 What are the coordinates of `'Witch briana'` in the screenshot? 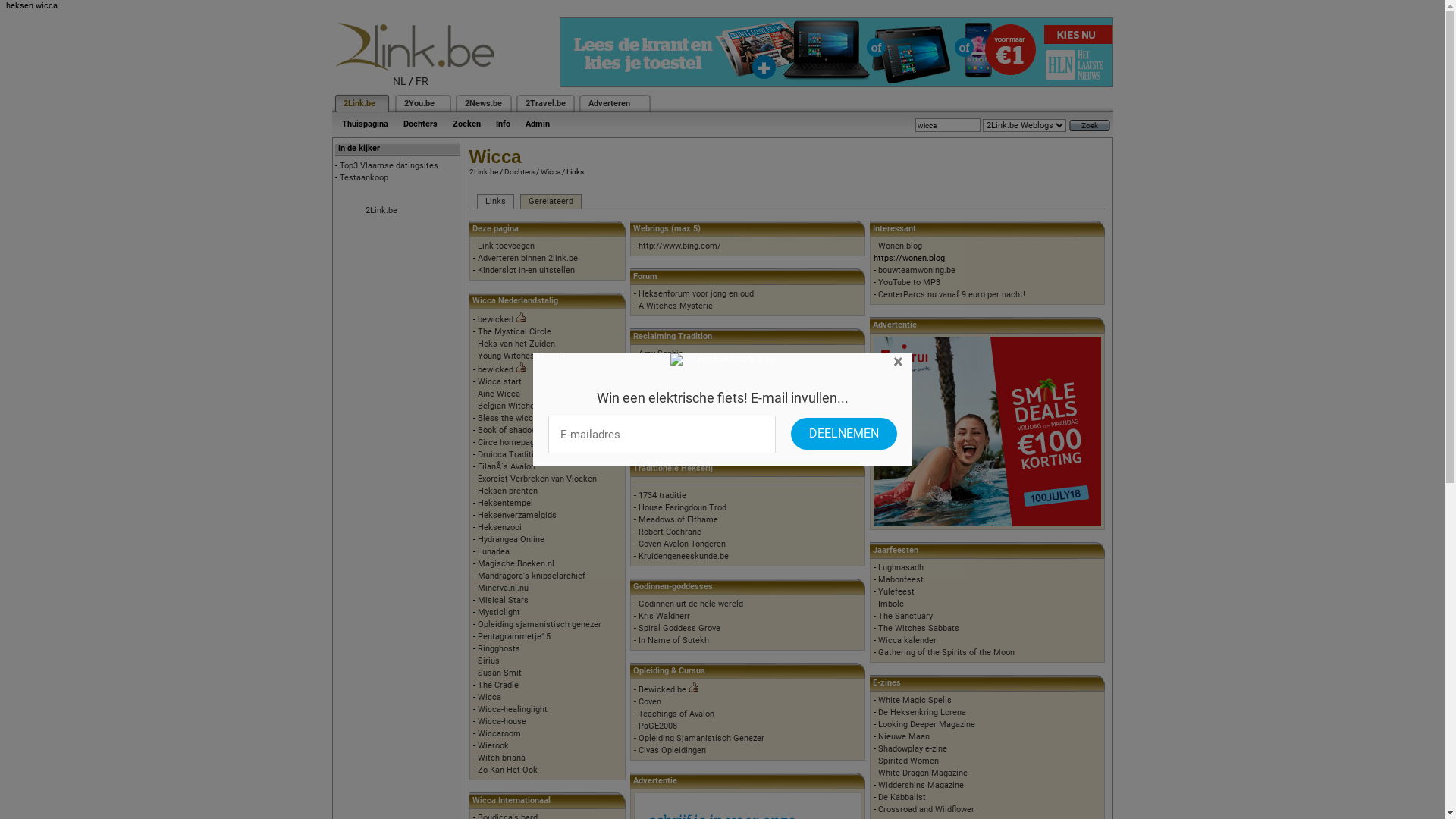 It's located at (501, 758).